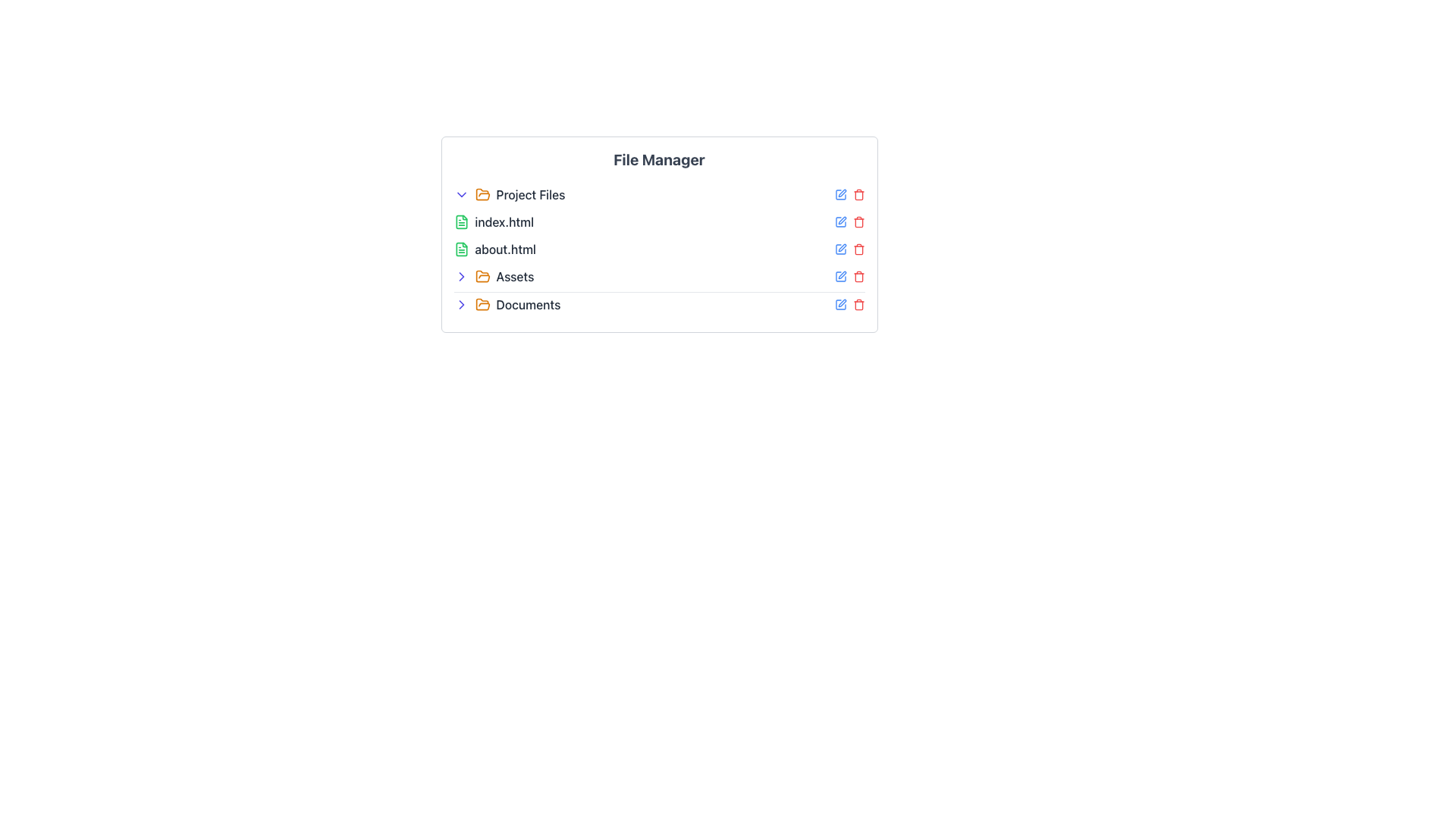  Describe the element at coordinates (841, 303) in the screenshot. I see `the pen-shaped outline icon associated with the 'Documents' entry in the file manager's context menu` at that location.